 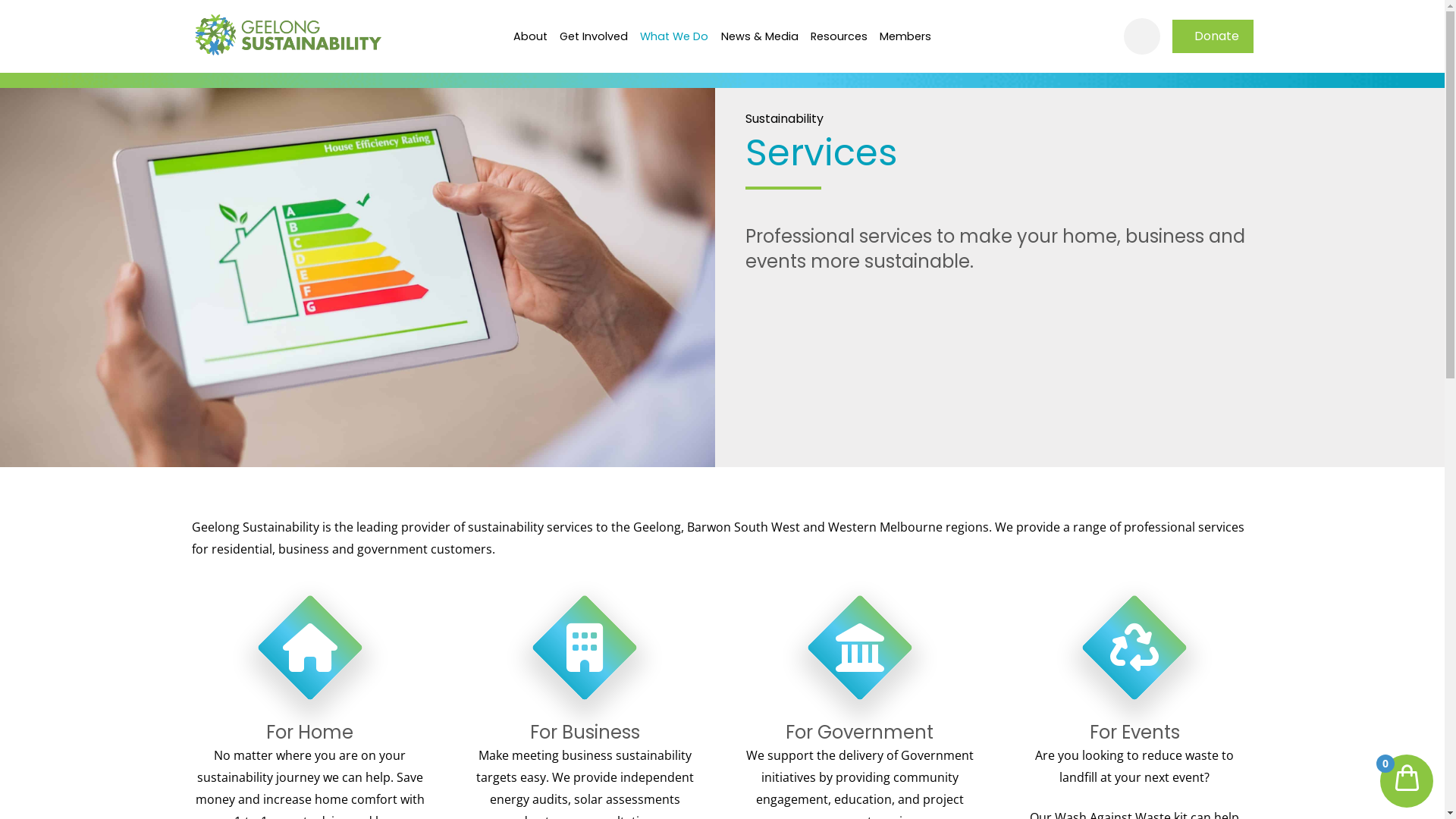 What do you see at coordinates (673, 35) in the screenshot?
I see `'What We Do'` at bounding box center [673, 35].